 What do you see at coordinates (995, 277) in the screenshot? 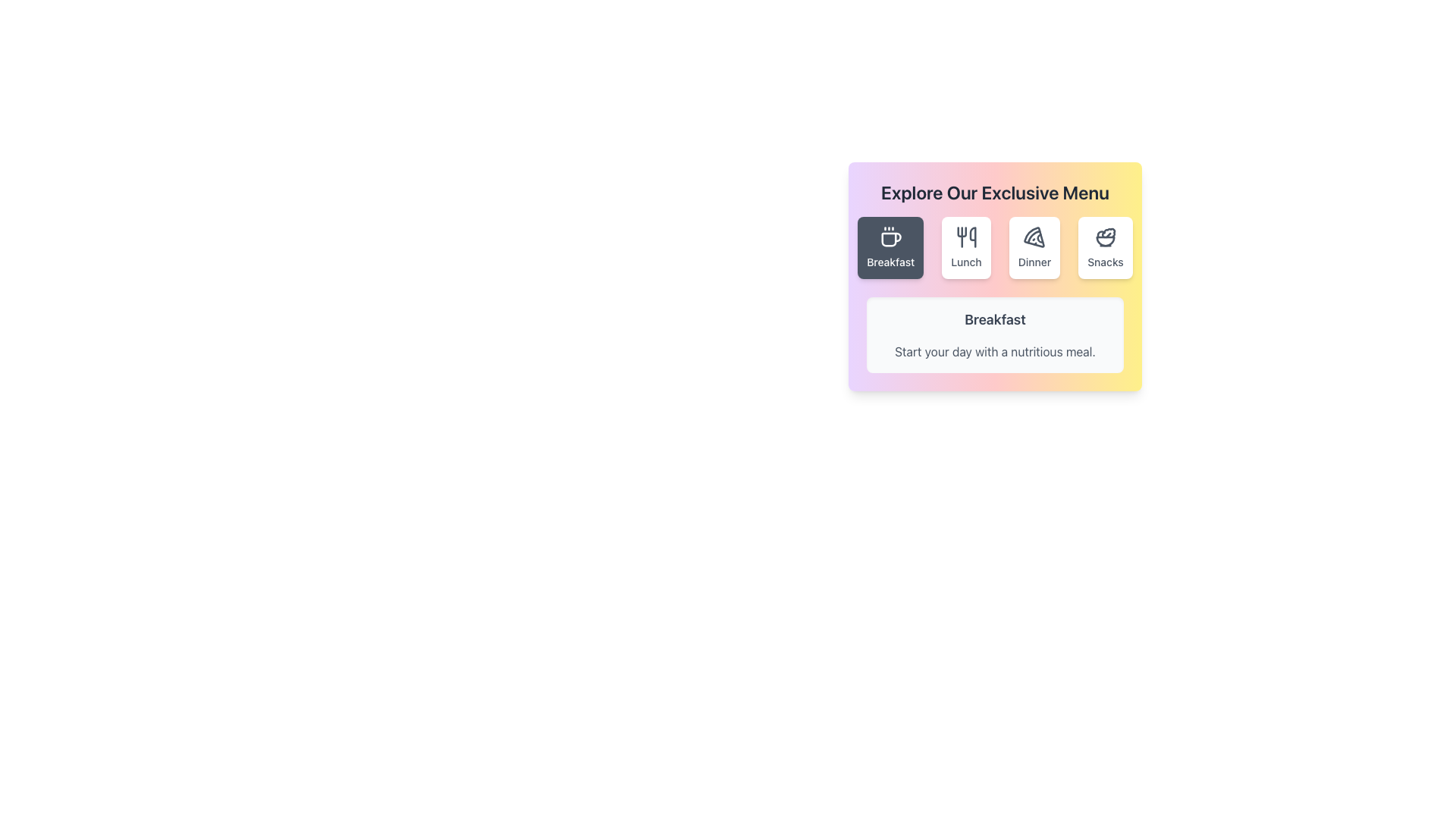
I see `the menu selection area located centrally, below the title 'Explore Our Exclusive Menu'` at bounding box center [995, 277].